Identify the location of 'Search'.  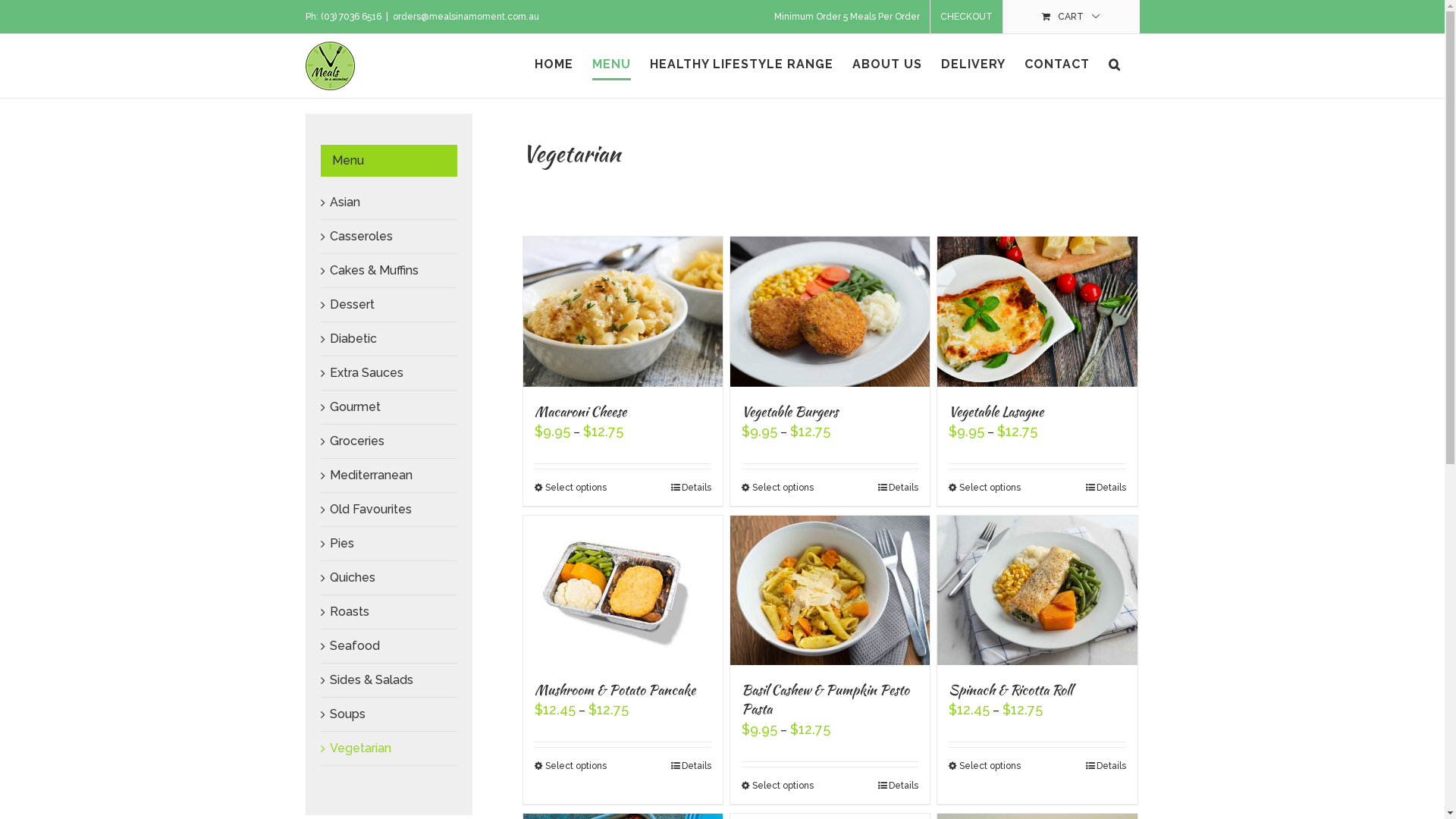
(1114, 63).